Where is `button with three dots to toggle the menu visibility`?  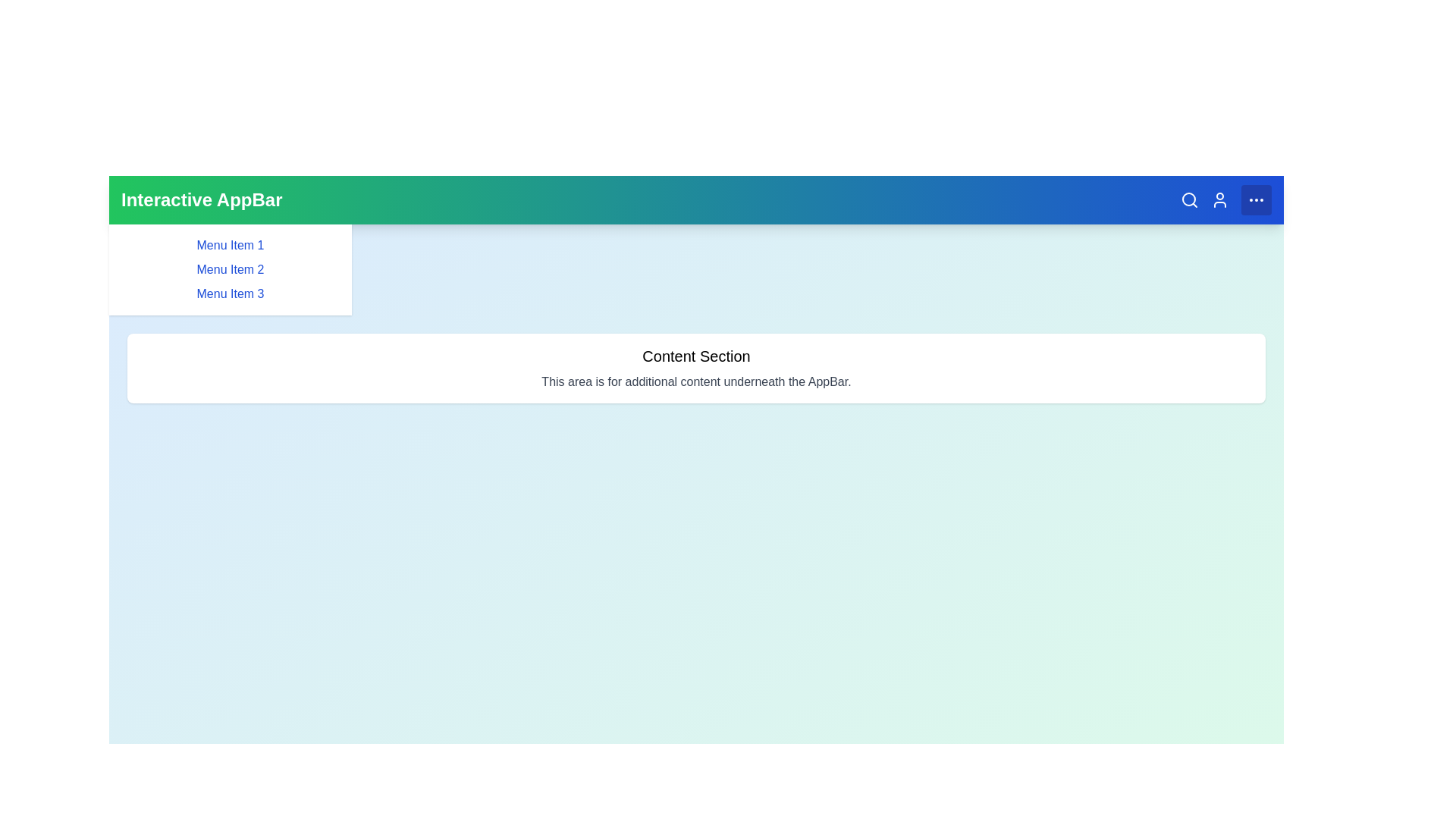 button with three dots to toggle the menu visibility is located at coordinates (1256, 199).